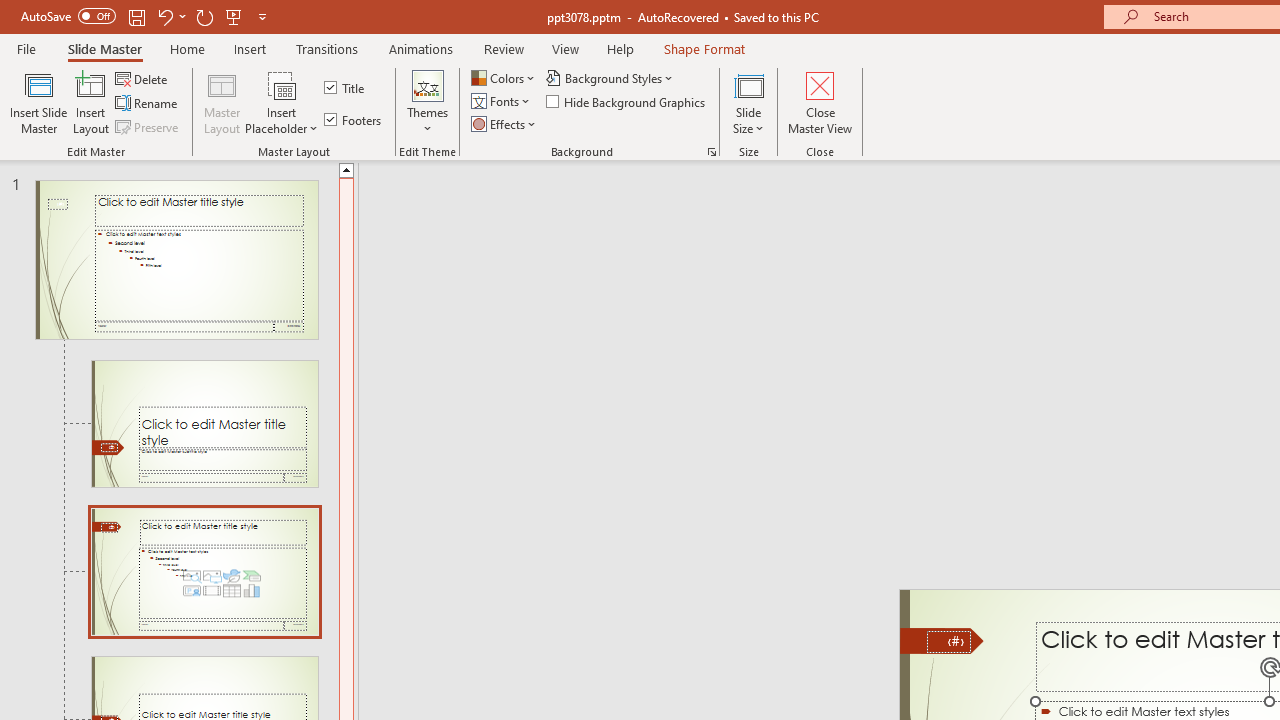 Image resolution: width=1280 pixels, height=720 pixels. Describe the element at coordinates (346, 86) in the screenshot. I see `'Title'` at that location.